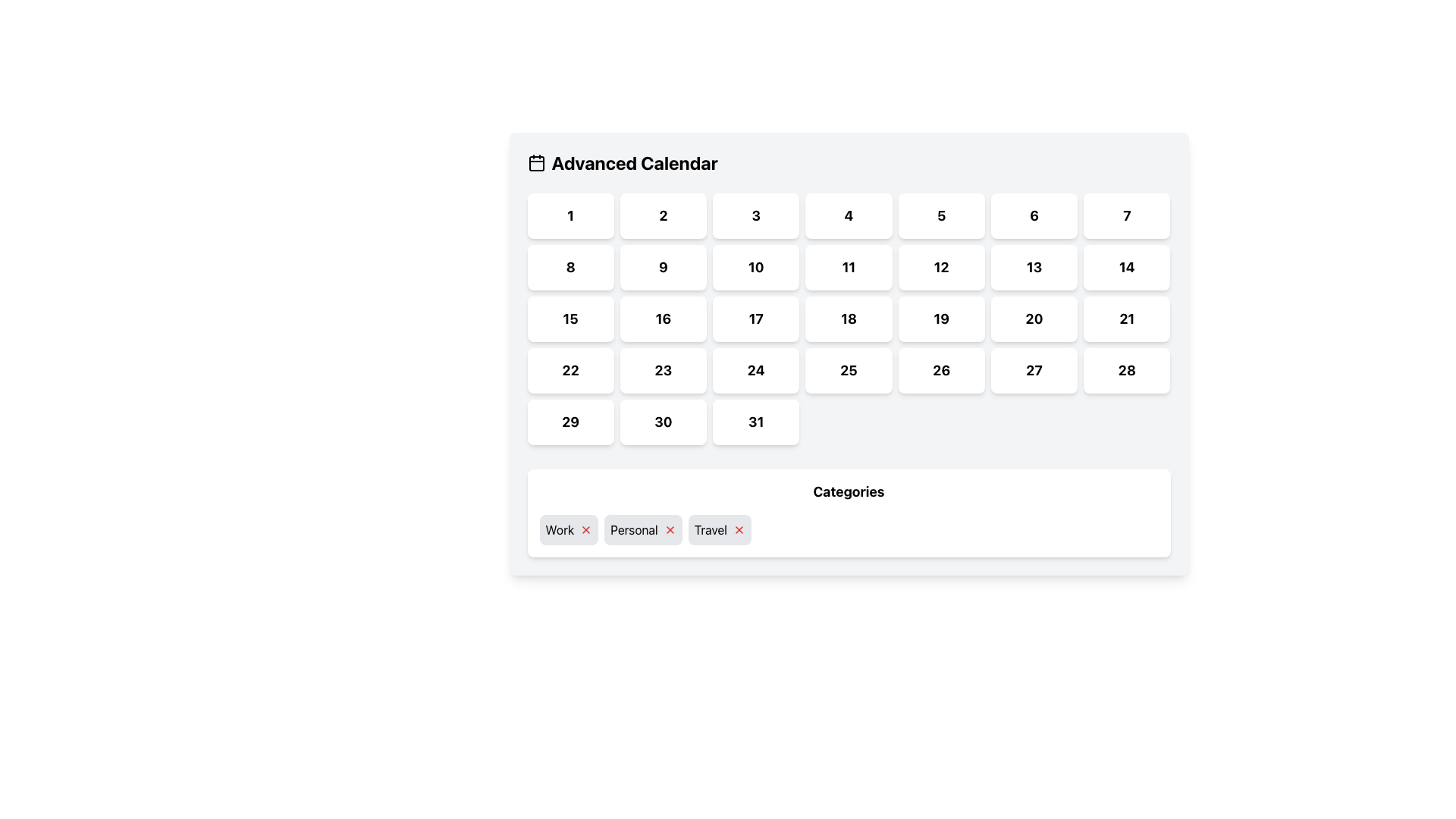  What do you see at coordinates (643, 529) in the screenshot?
I see `the red 'x' icon on the 'Personal' category tag` at bounding box center [643, 529].